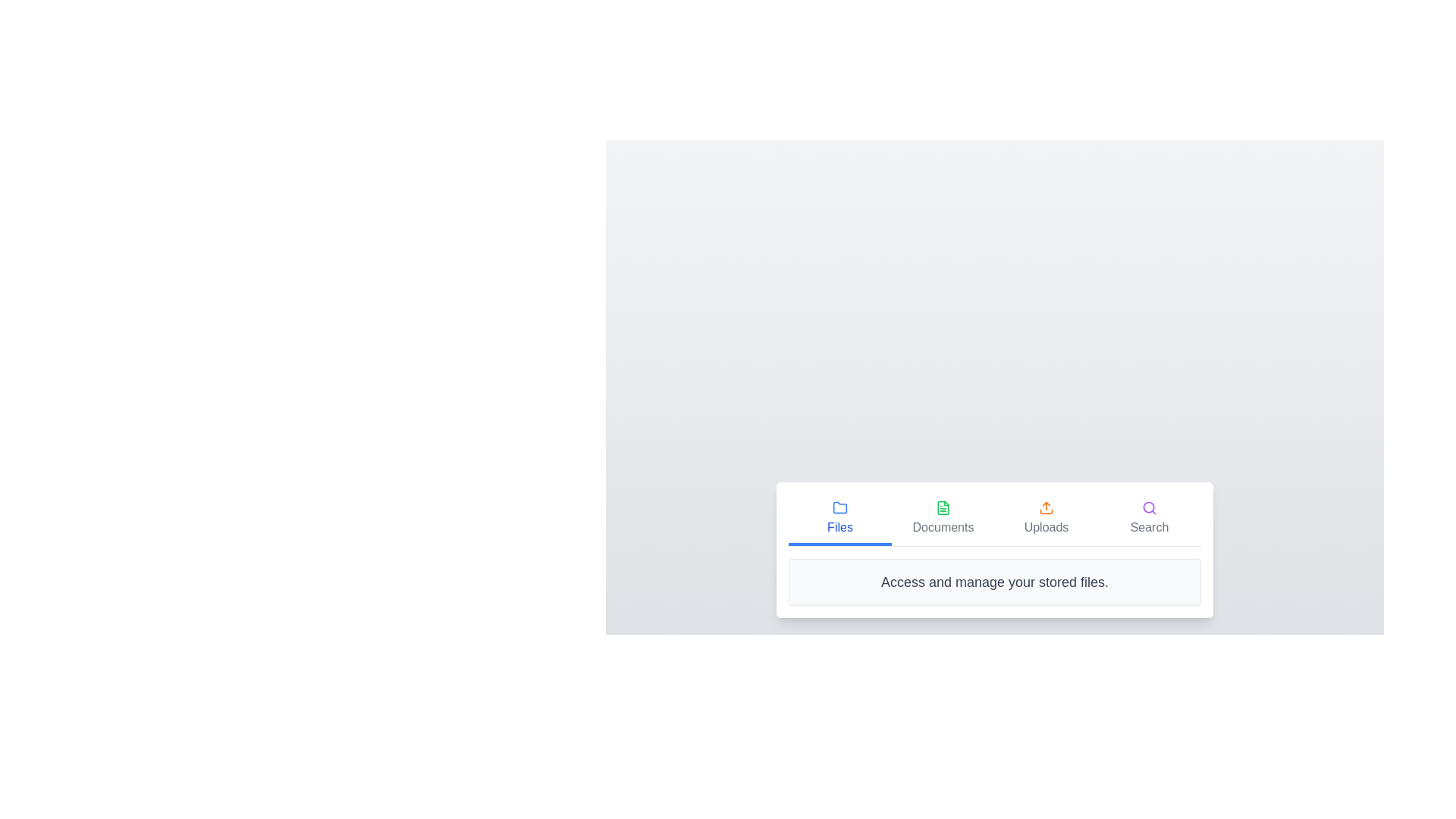 This screenshot has height=819, width=1456. I want to click on the tab labeled Documents to view its content, so click(942, 519).